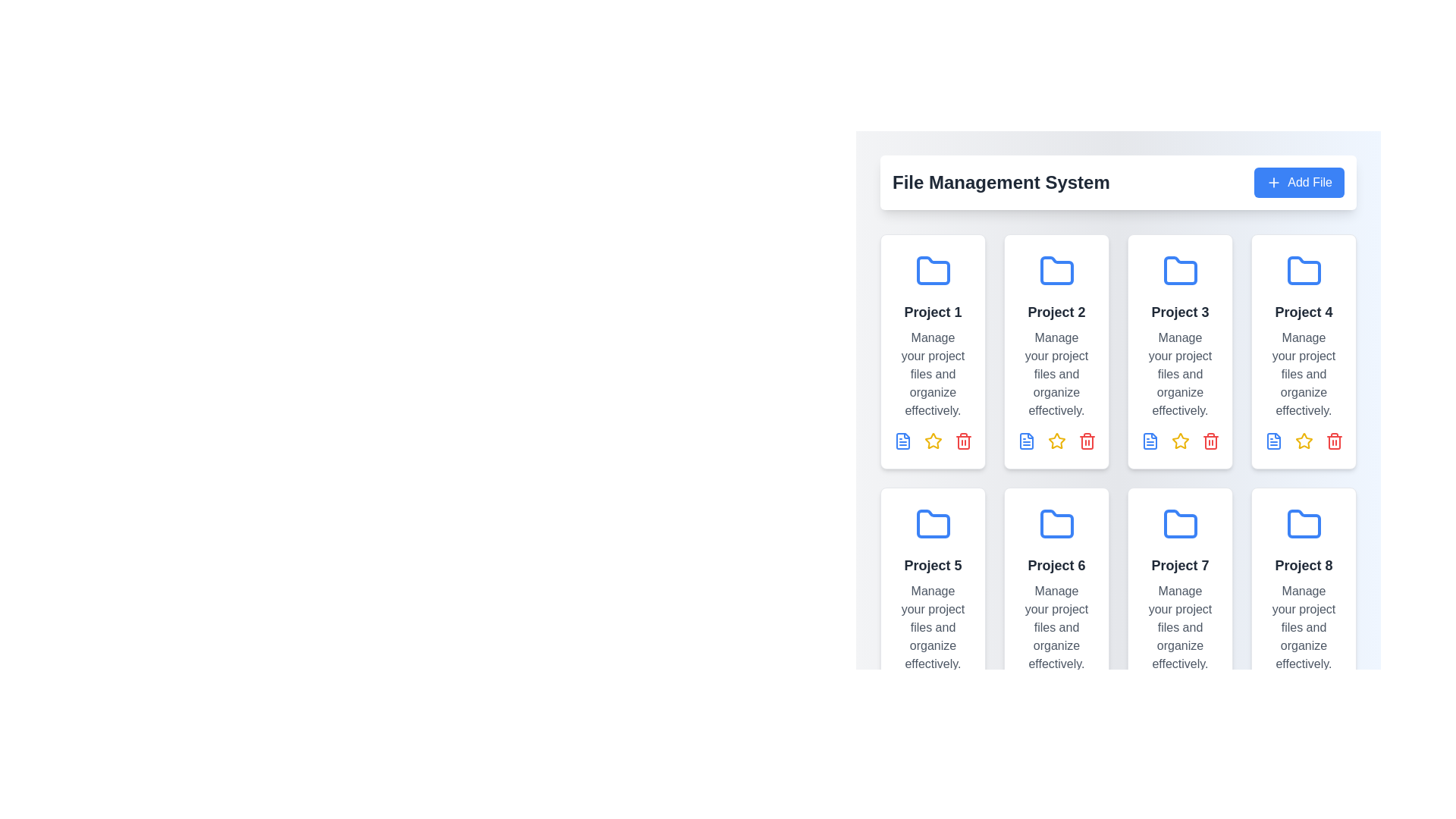  Describe the element at coordinates (1303, 312) in the screenshot. I see `the text label located in the fourth card of the top row within the 'File Management System' group, positioned below the blue folder icon` at that location.